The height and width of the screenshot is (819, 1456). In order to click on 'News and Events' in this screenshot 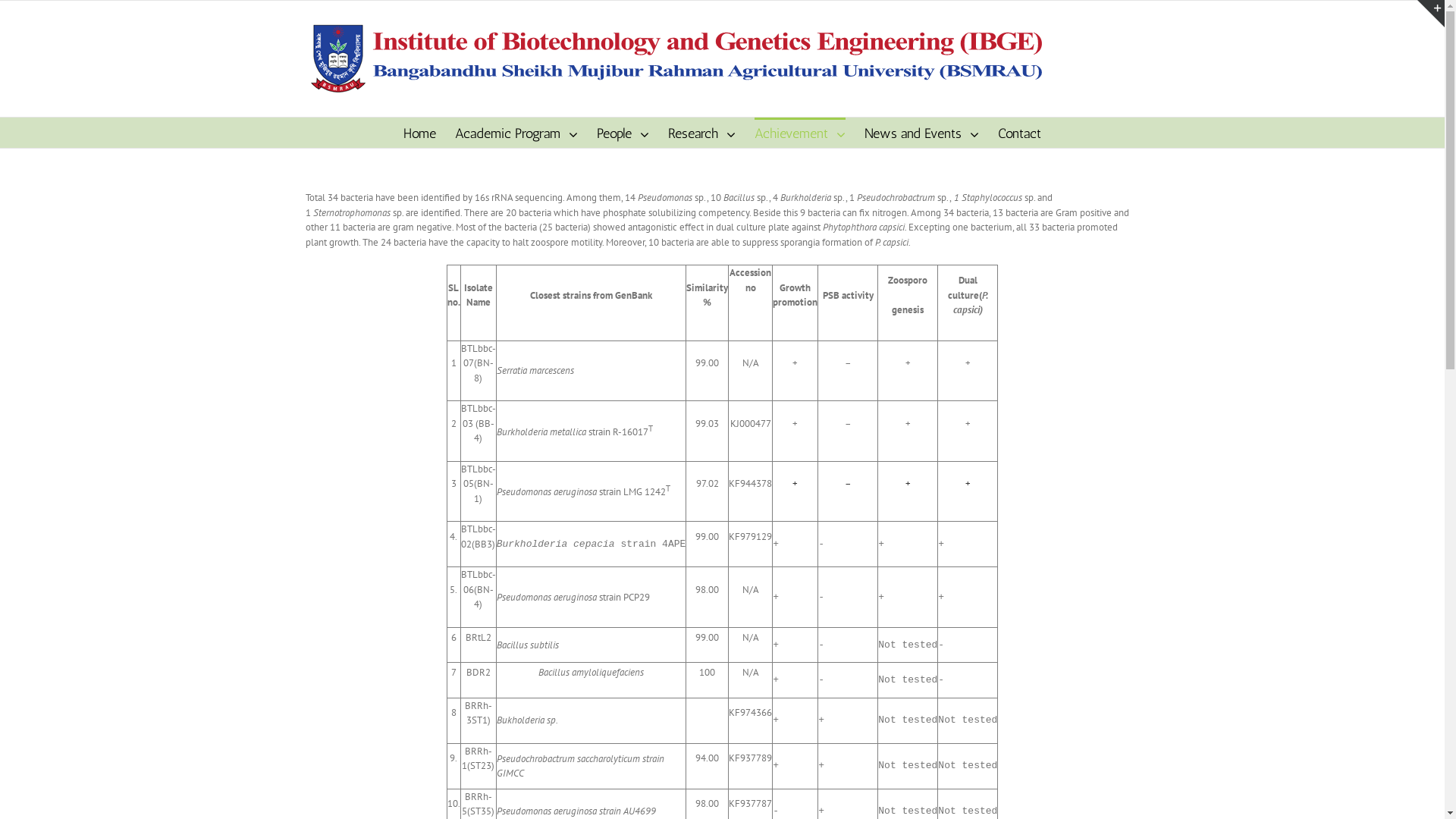, I will do `click(921, 131)`.